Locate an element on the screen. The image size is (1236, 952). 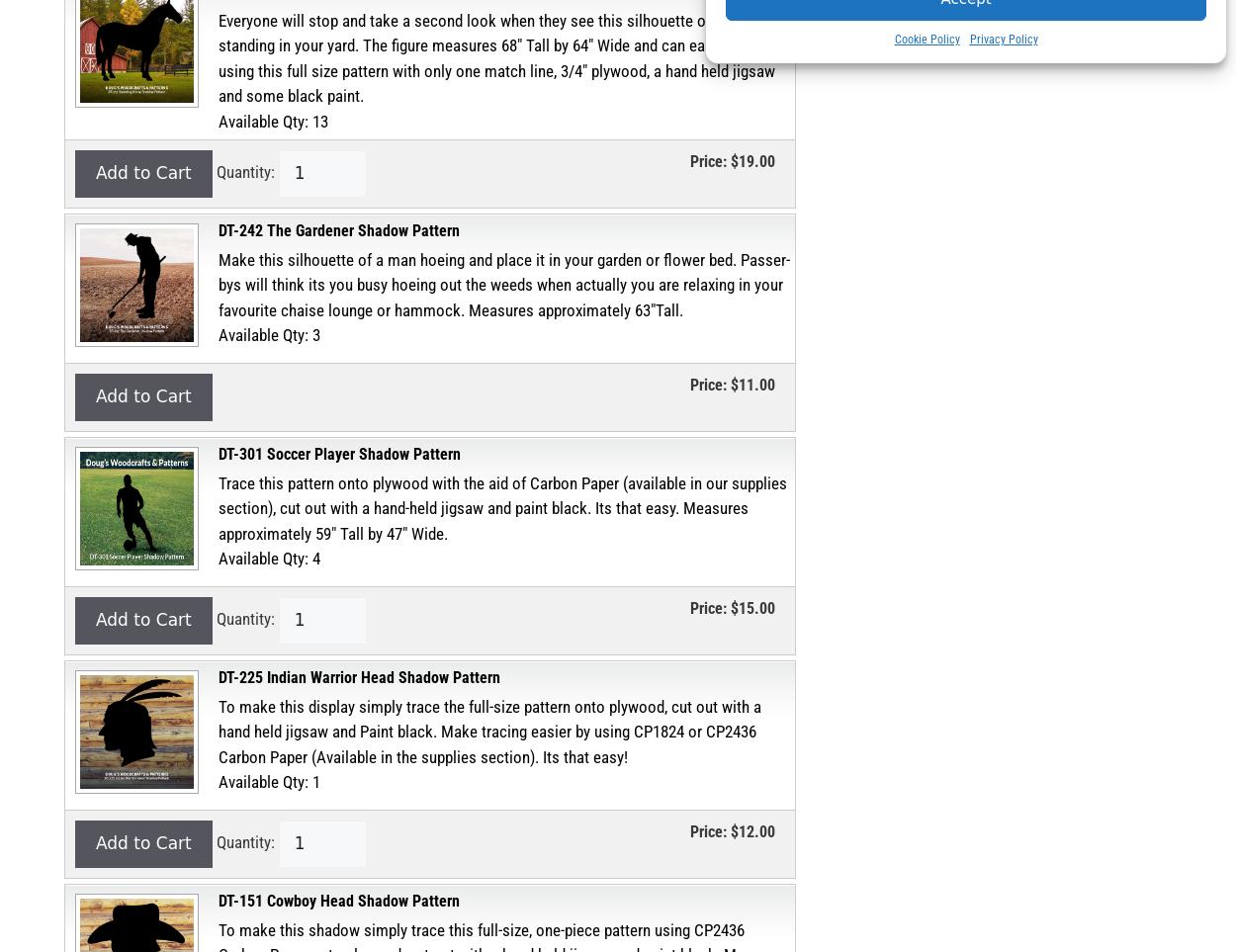
'Make this silhouette of a man hoeing and place it in your garden or flower bed.  Passer- bys will think its you busy hoeing out the weeds when actually you are relaxing in your favourite chaise lounge or hammock.  Measures  approximately 63"Tall.' is located at coordinates (218, 283).